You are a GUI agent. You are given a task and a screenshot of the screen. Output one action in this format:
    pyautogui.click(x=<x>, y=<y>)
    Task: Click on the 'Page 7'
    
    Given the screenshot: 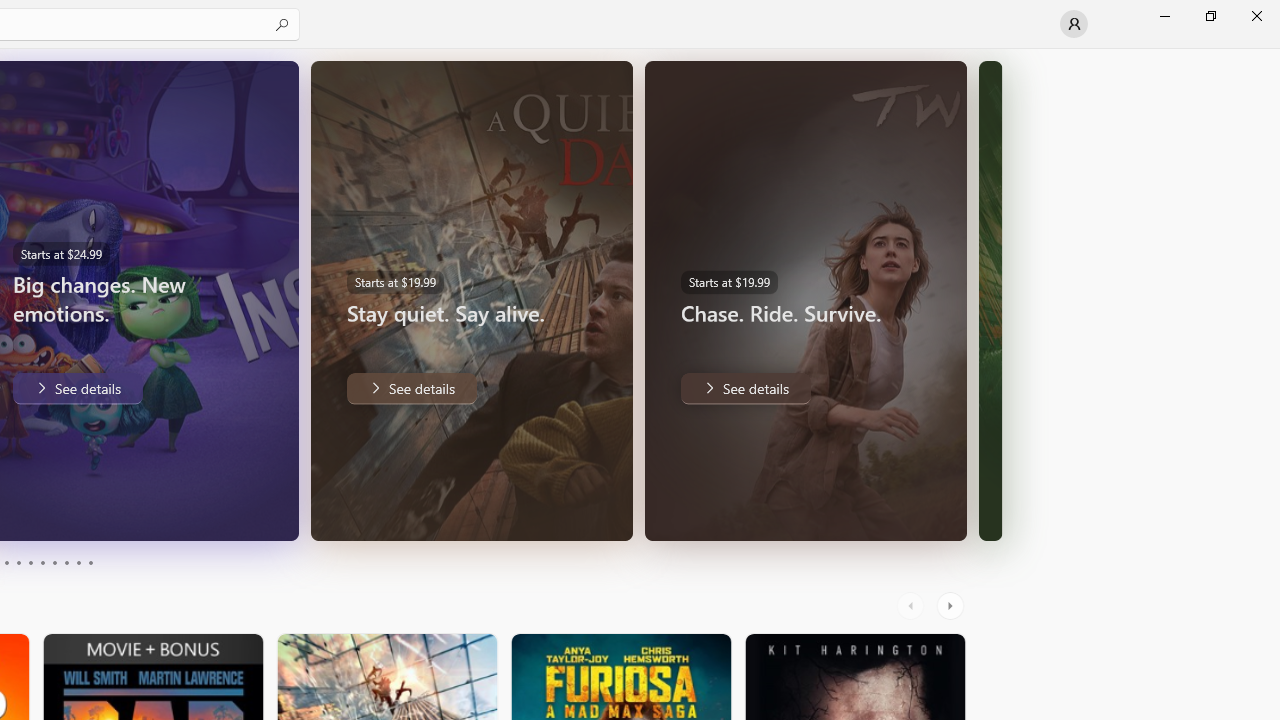 What is the action you would take?
    pyautogui.click(x=54, y=563)
    